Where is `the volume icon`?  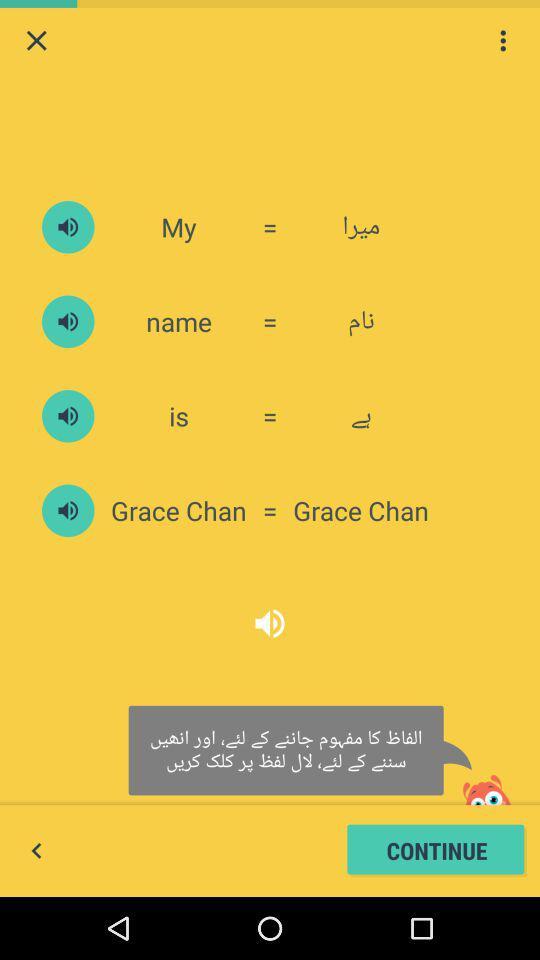 the volume icon is located at coordinates (67, 445).